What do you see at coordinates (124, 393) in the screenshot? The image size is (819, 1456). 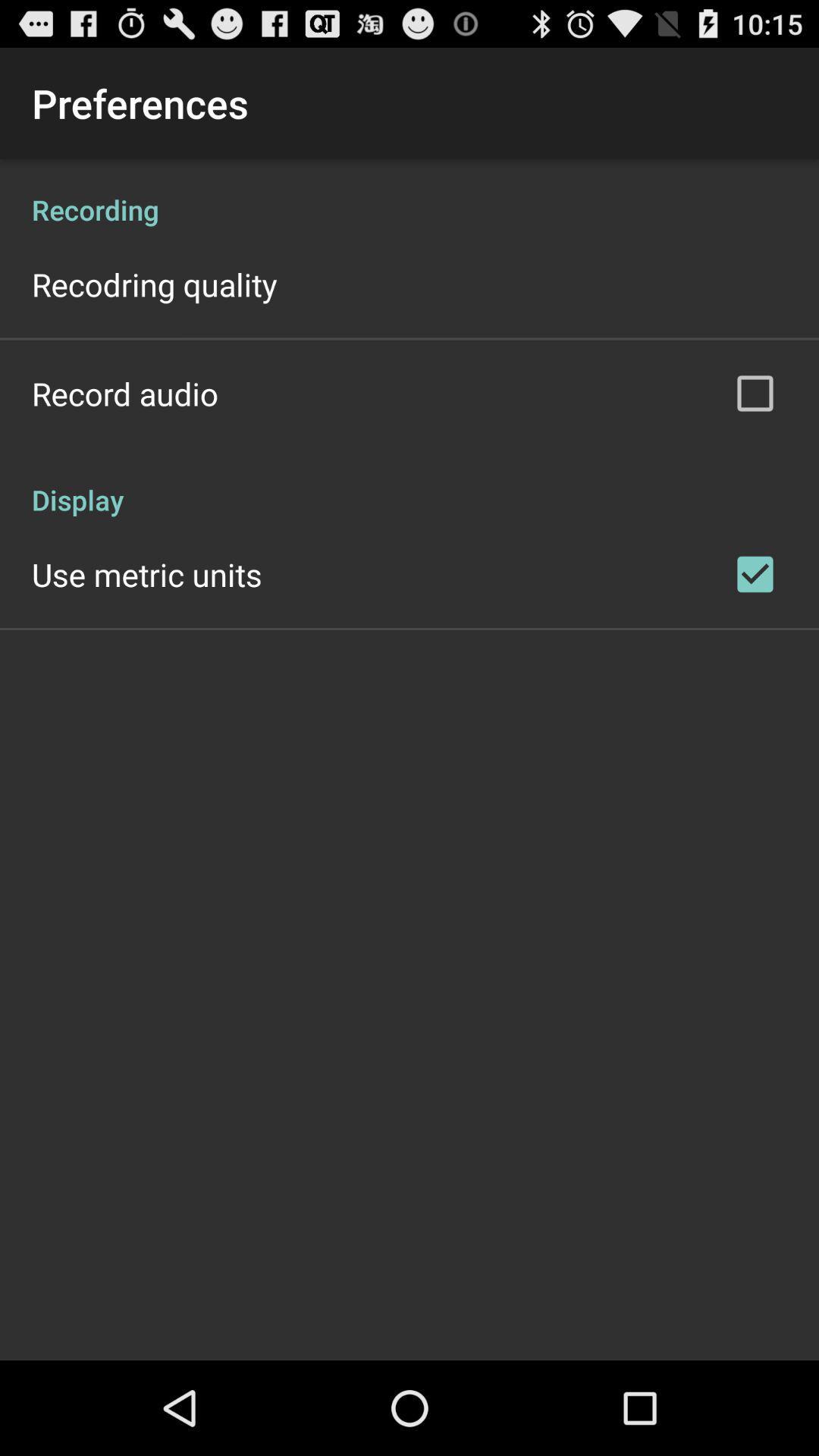 I see `the record audio app` at bounding box center [124, 393].